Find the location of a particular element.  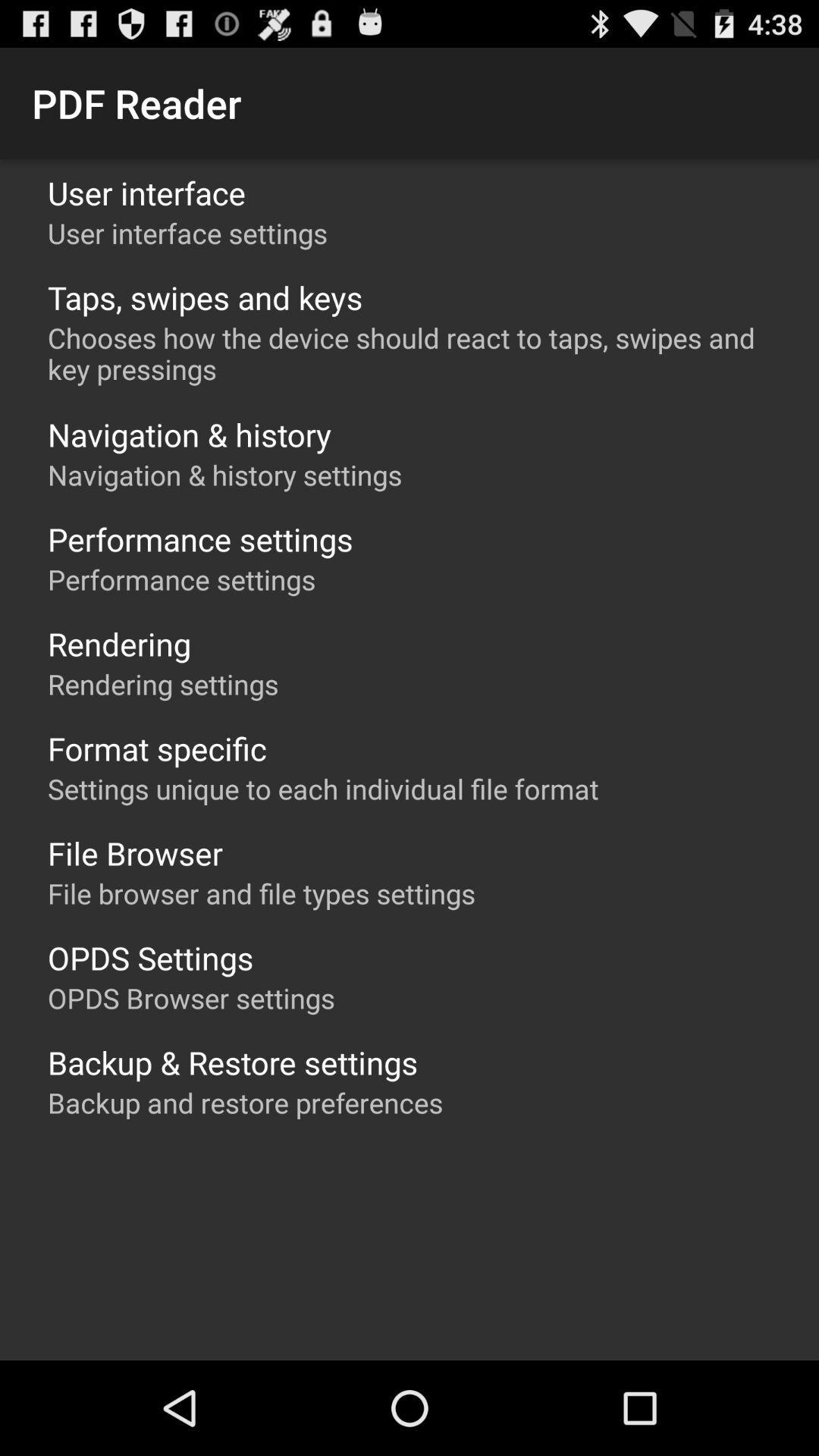

settings unique to item is located at coordinates (322, 789).